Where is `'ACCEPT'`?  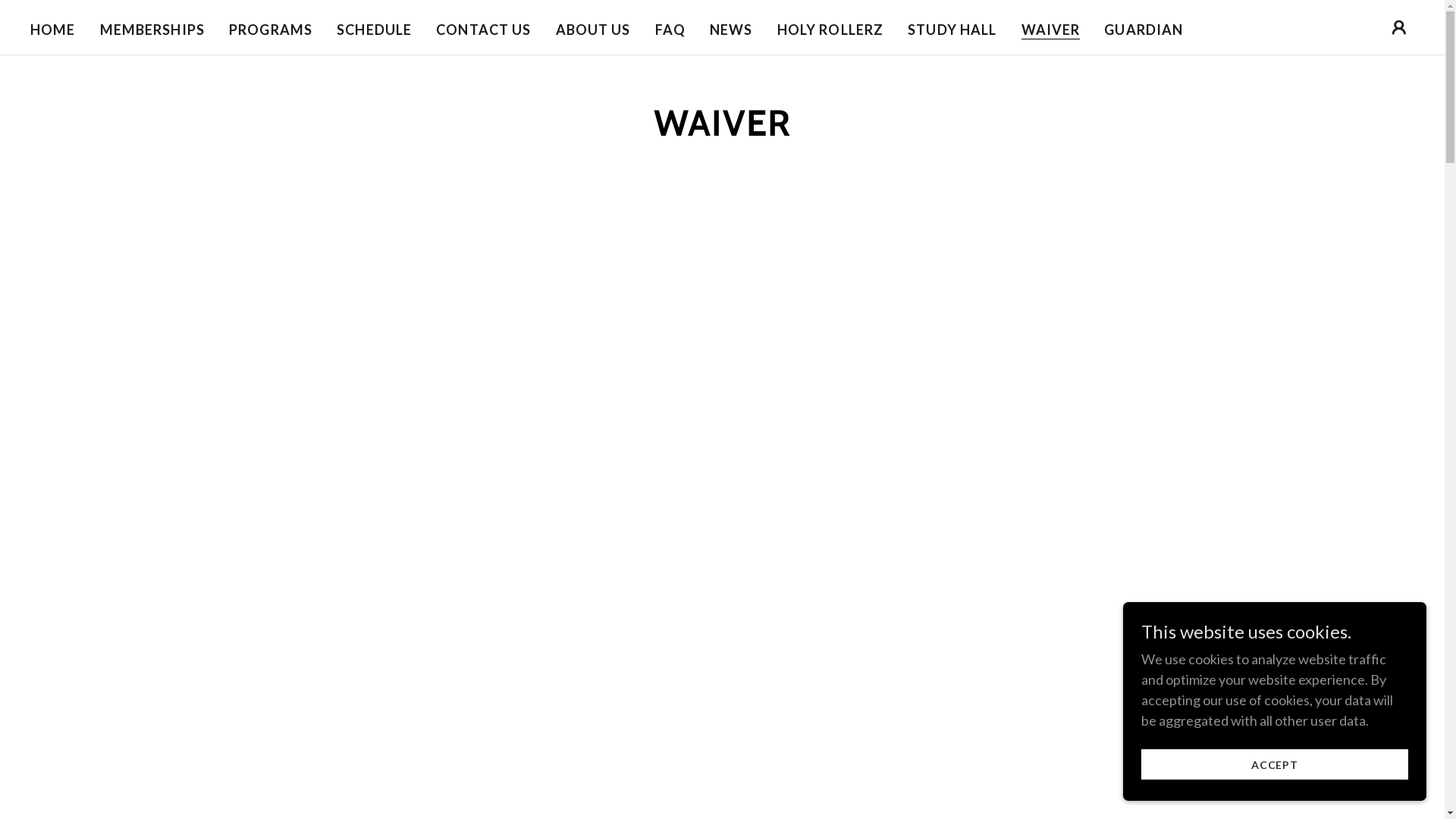
'ACCEPT' is located at coordinates (1274, 764).